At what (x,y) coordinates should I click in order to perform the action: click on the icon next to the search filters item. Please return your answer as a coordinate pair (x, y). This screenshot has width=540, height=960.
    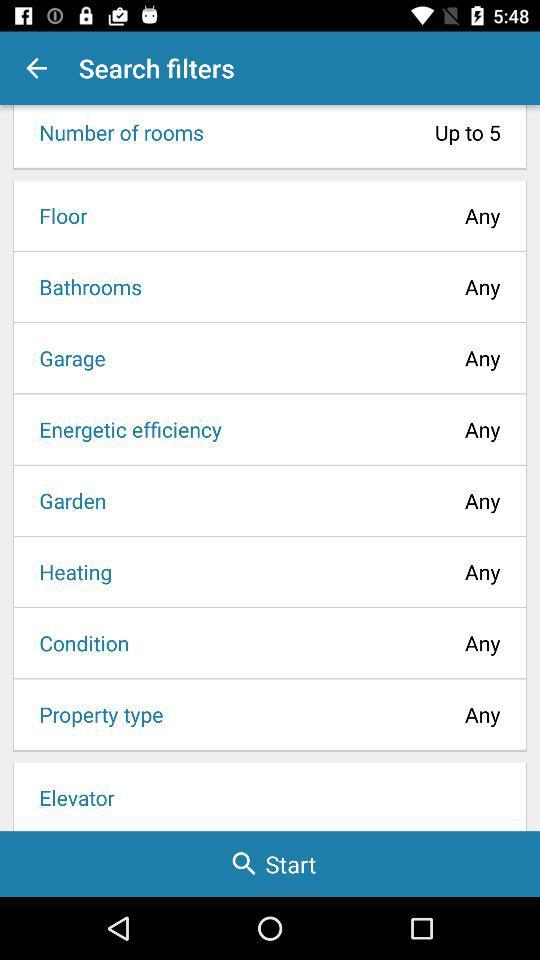
    Looking at the image, I should click on (36, 68).